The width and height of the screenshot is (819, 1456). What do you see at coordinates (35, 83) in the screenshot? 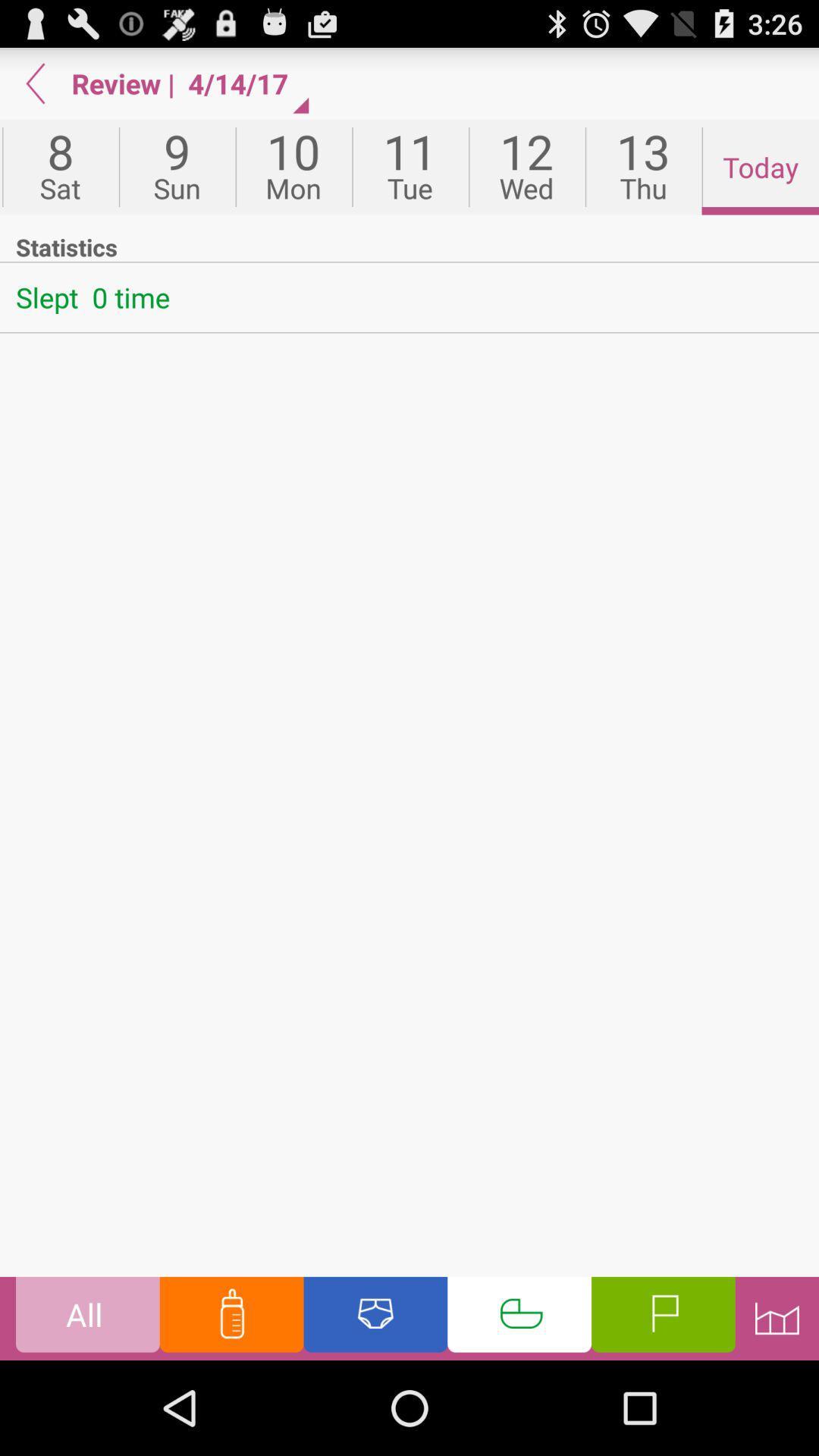
I see `app to the left of review app` at bounding box center [35, 83].